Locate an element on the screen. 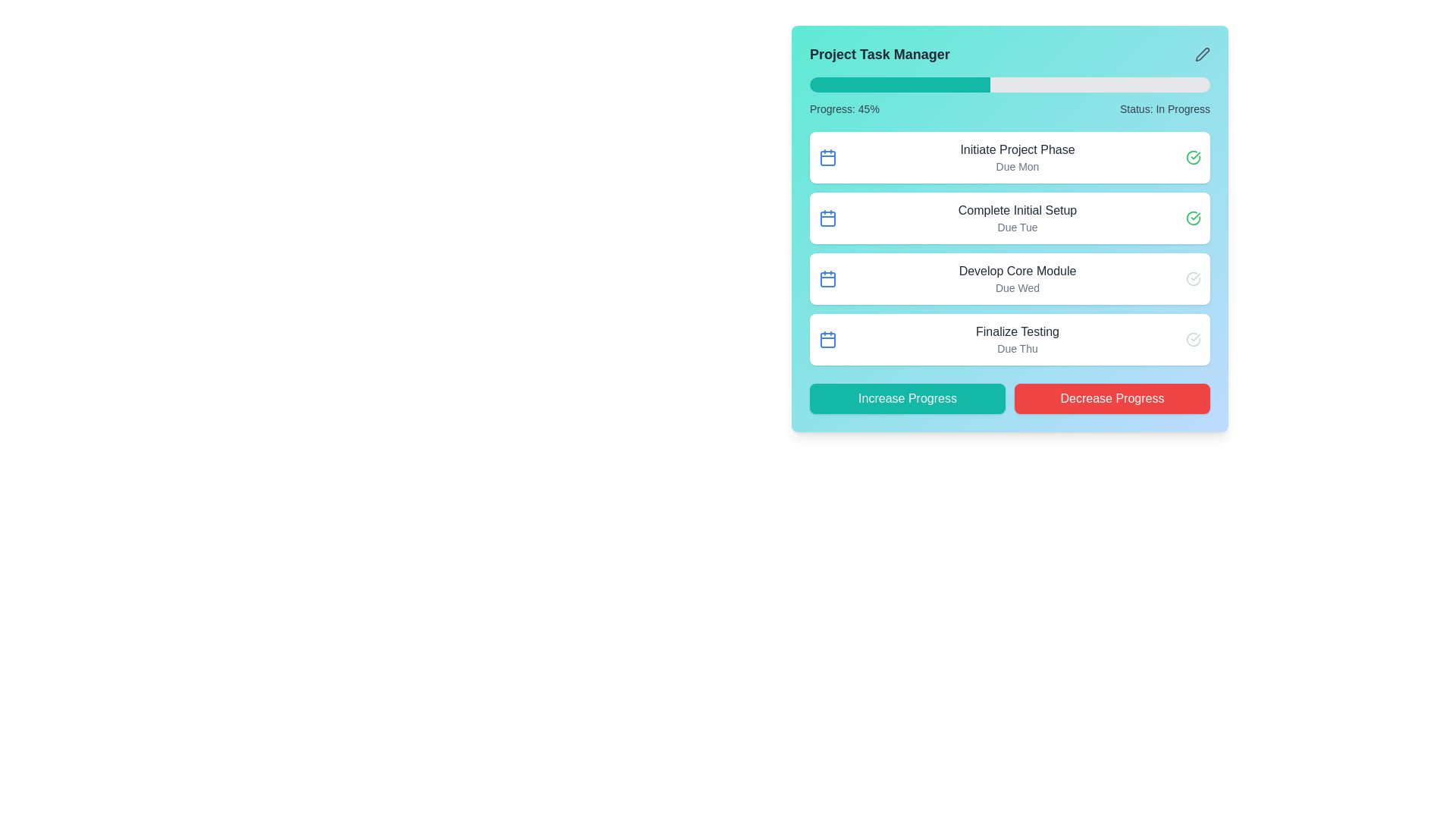  the task card titled 'Develop Core Module' with the due date 'Due Wed' in the 'Project Task Manager' is located at coordinates (1009, 278).